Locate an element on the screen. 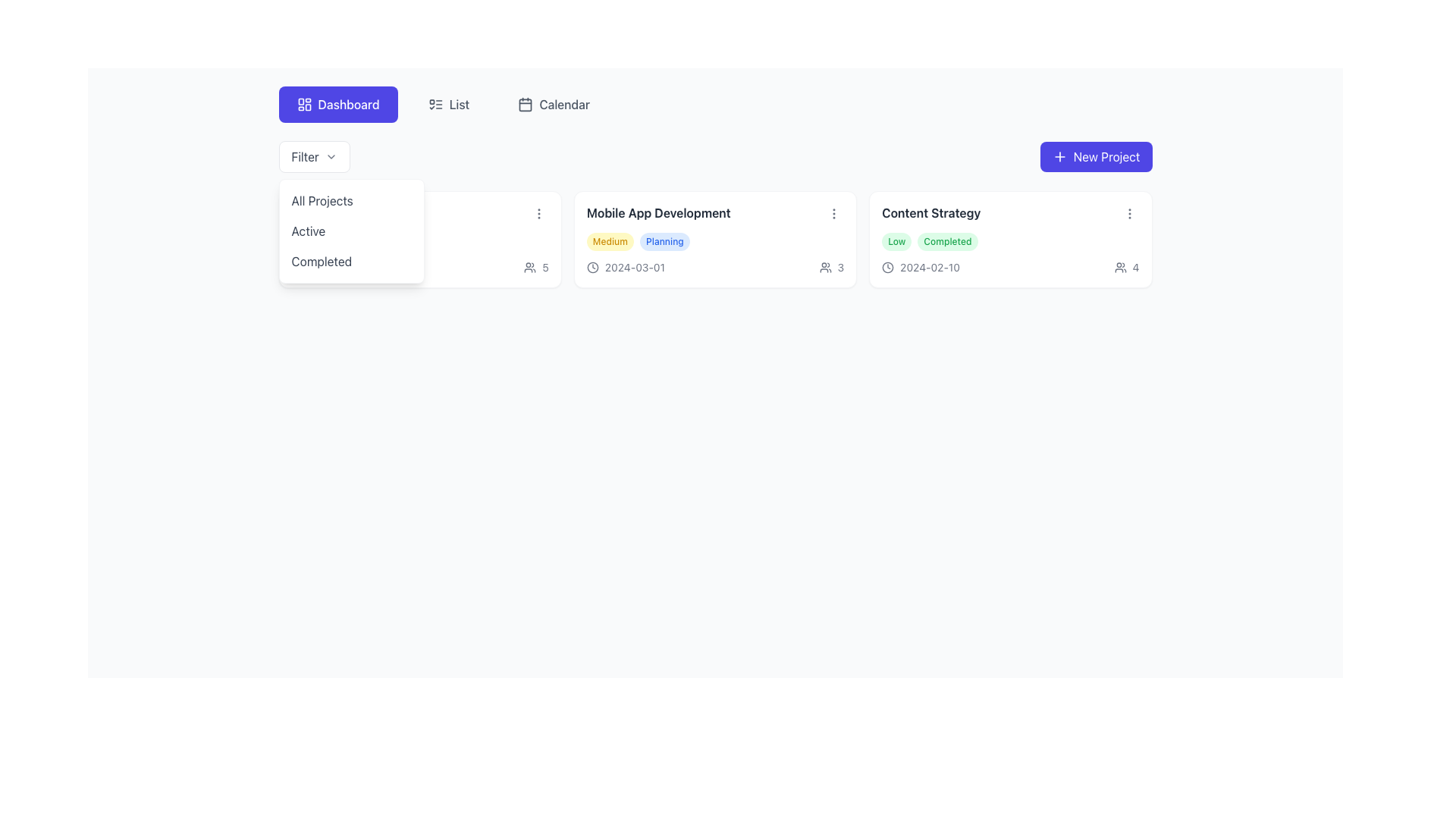 The height and width of the screenshot is (819, 1456). the 'Filter' dropdown menu trigger located in the header section is located at coordinates (313, 157).